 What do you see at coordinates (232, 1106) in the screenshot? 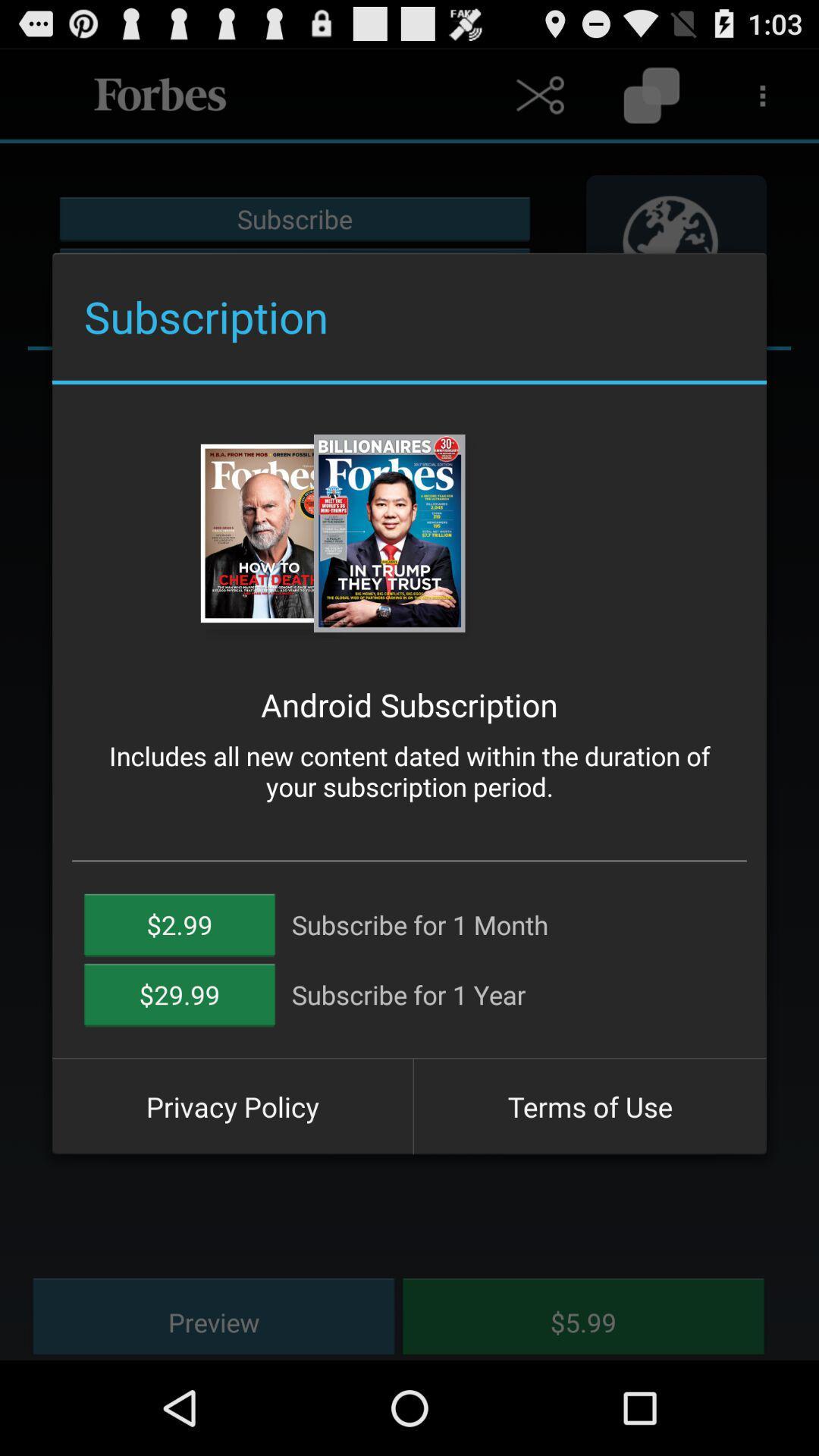
I see `the item below the $29.99 icon` at bounding box center [232, 1106].